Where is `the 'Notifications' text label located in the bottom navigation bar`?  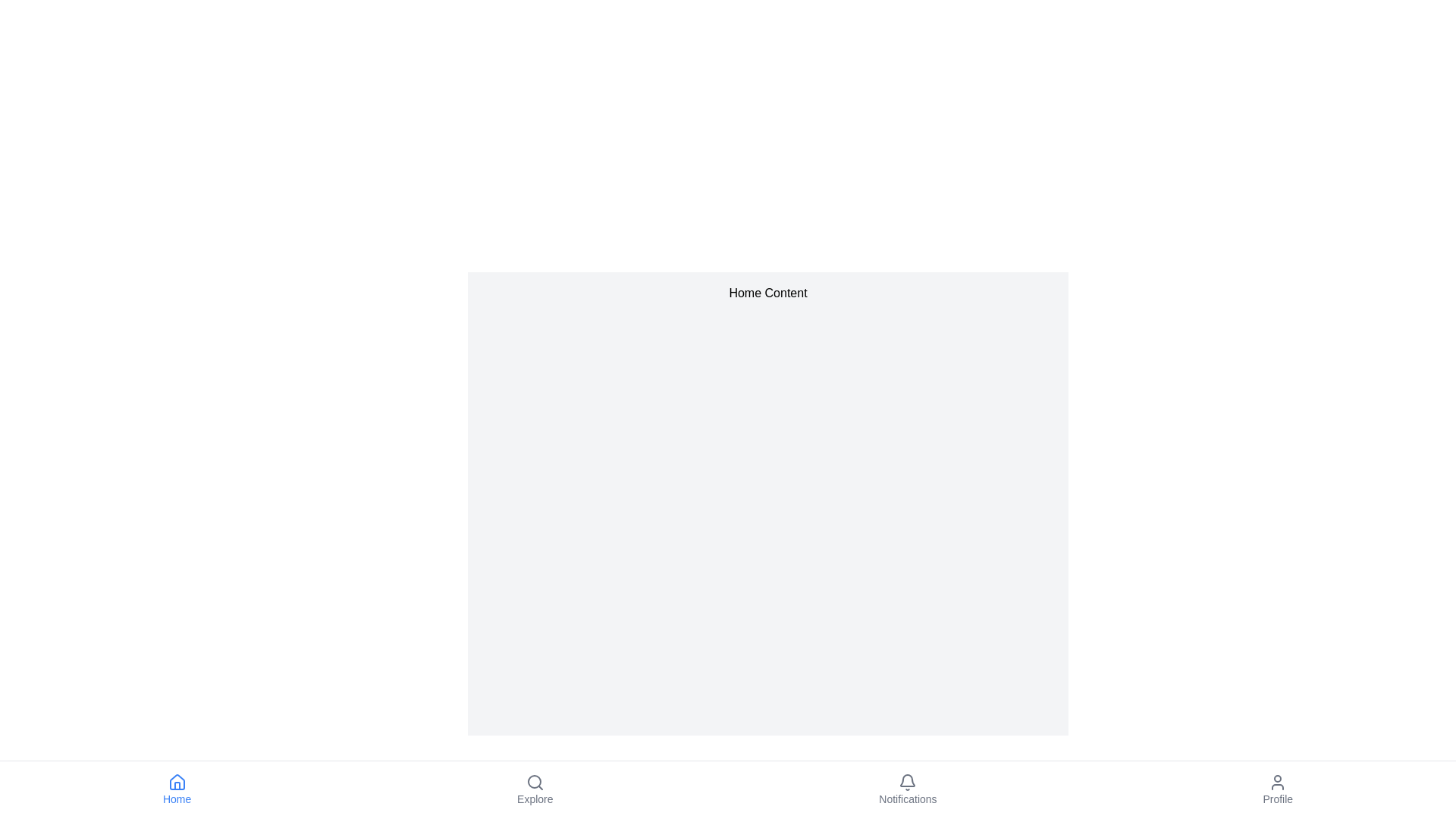 the 'Notifications' text label located in the bottom navigation bar is located at coordinates (908, 798).